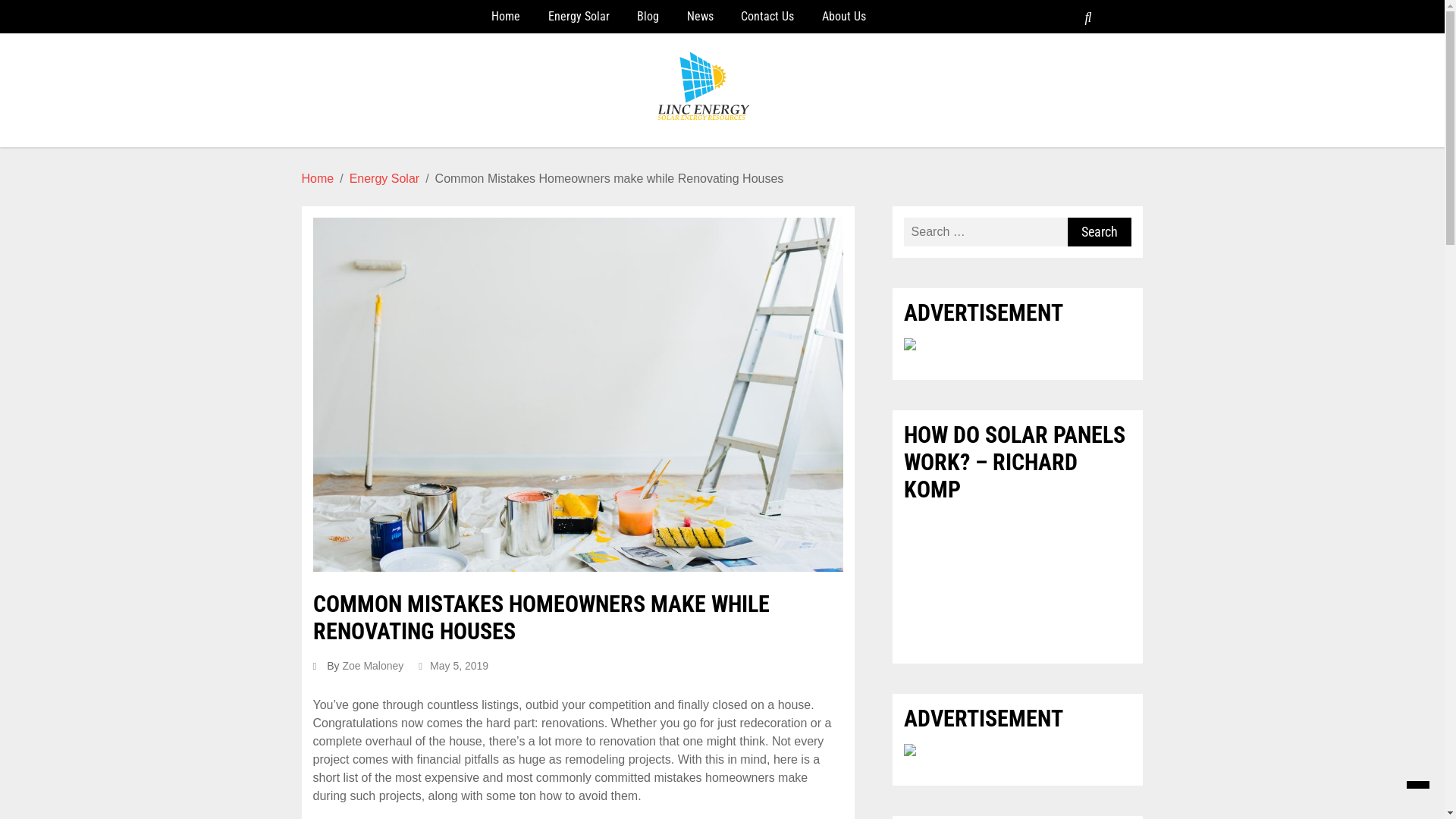  I want to click on 'Home', so click(479, 17).